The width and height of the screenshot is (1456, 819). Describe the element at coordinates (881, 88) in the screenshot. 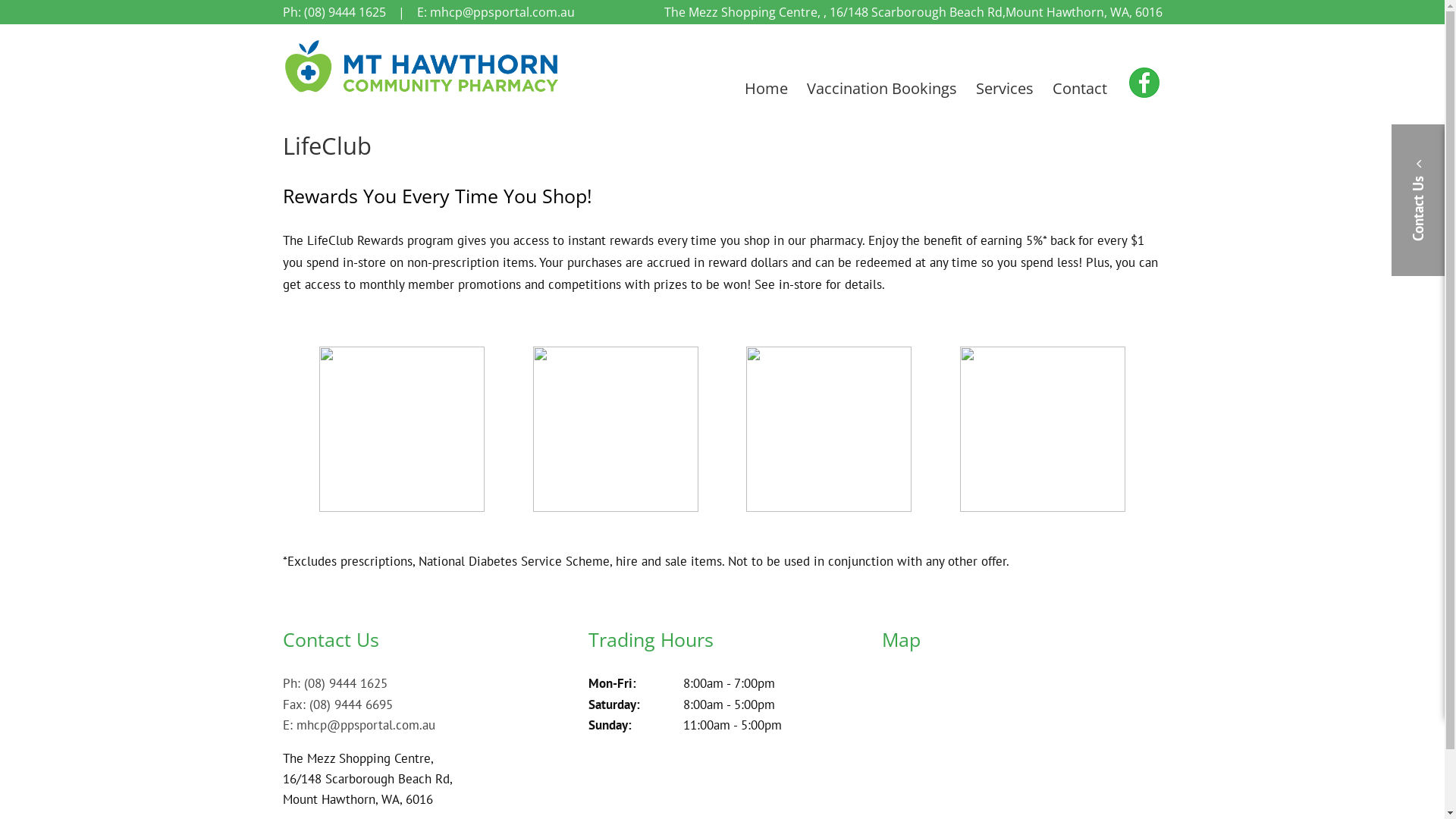

I see `'Vaccination Bookings'` at that location.